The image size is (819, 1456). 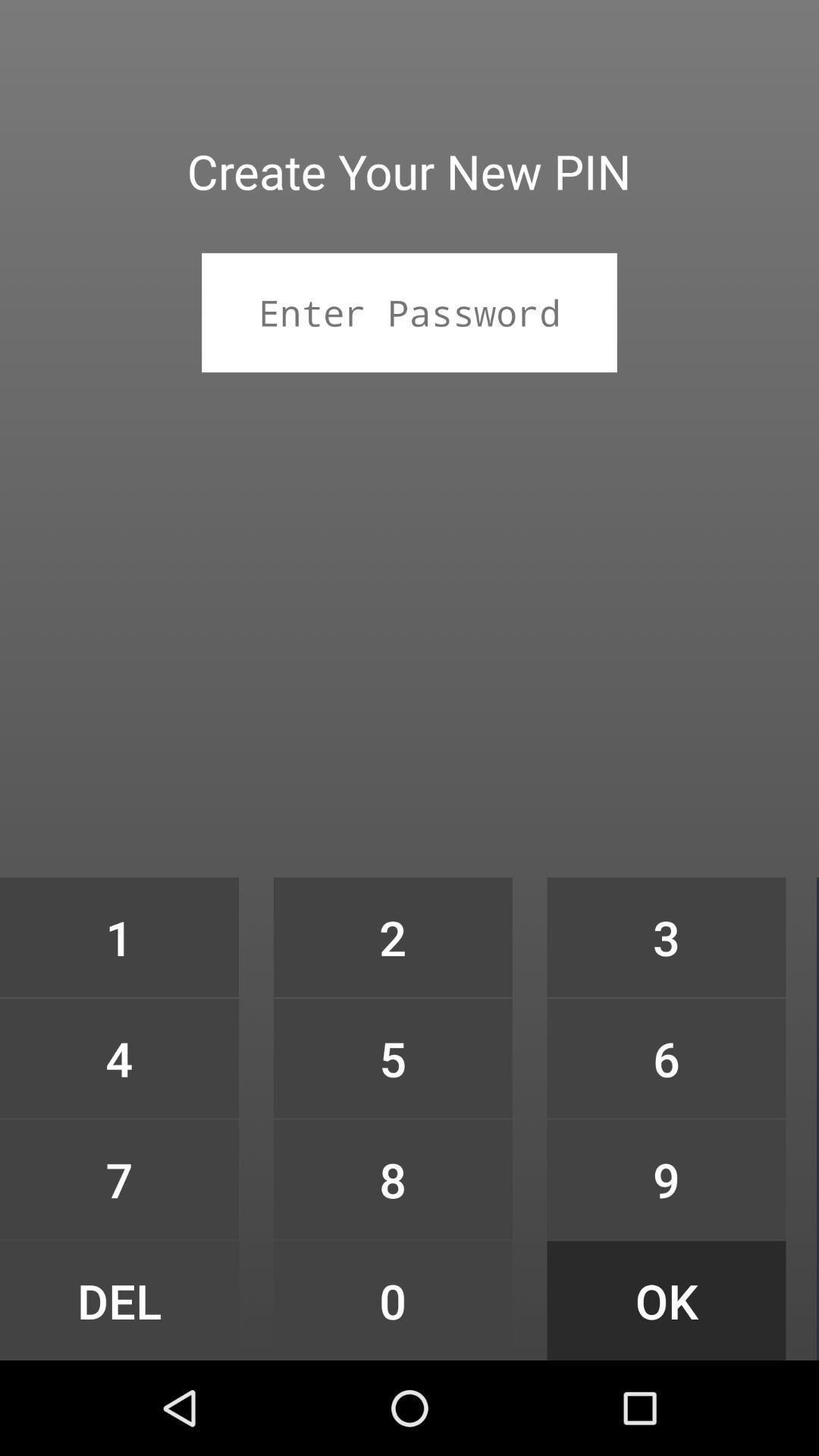 What do you see at coordinates (392, 937) in the screenshot?
I see `2 item` at bounding box center [392, 937].